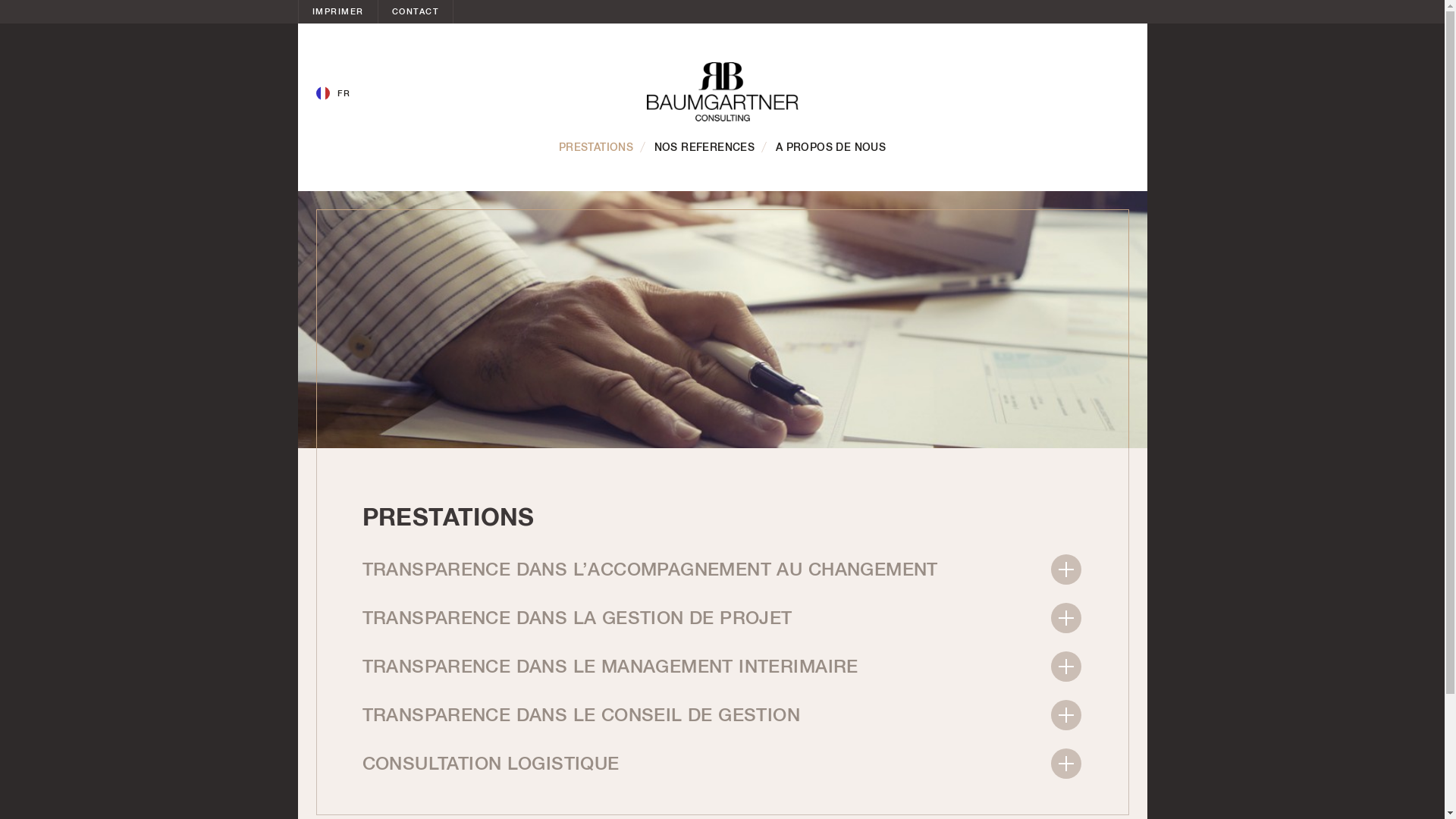  Describe the element at coordinates (315, 93) in the screenshot. I see `'FR'` at that location.